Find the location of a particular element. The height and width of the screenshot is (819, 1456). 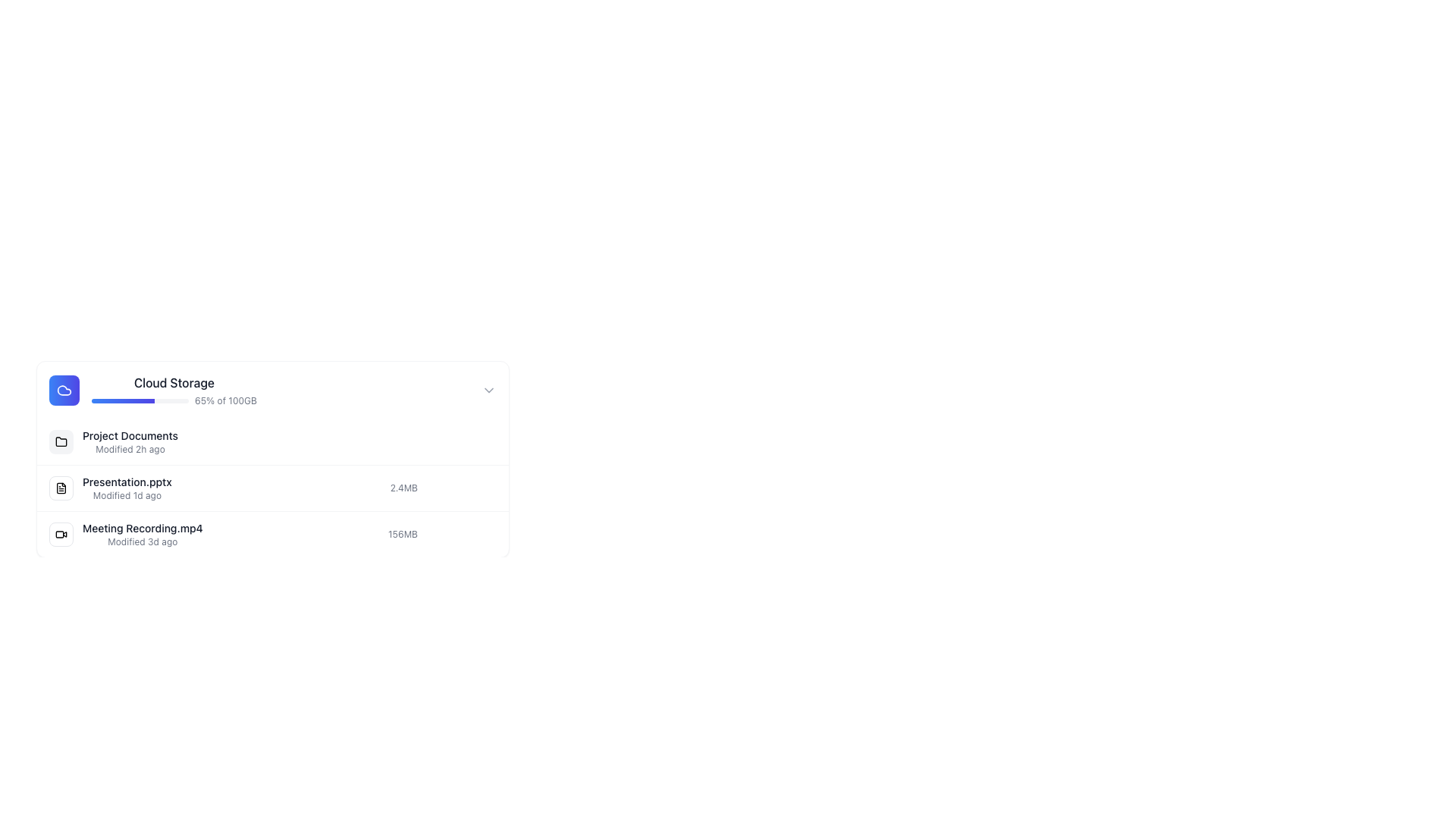

the button for user-related actions, positioned is located at coordinates (438, 534).